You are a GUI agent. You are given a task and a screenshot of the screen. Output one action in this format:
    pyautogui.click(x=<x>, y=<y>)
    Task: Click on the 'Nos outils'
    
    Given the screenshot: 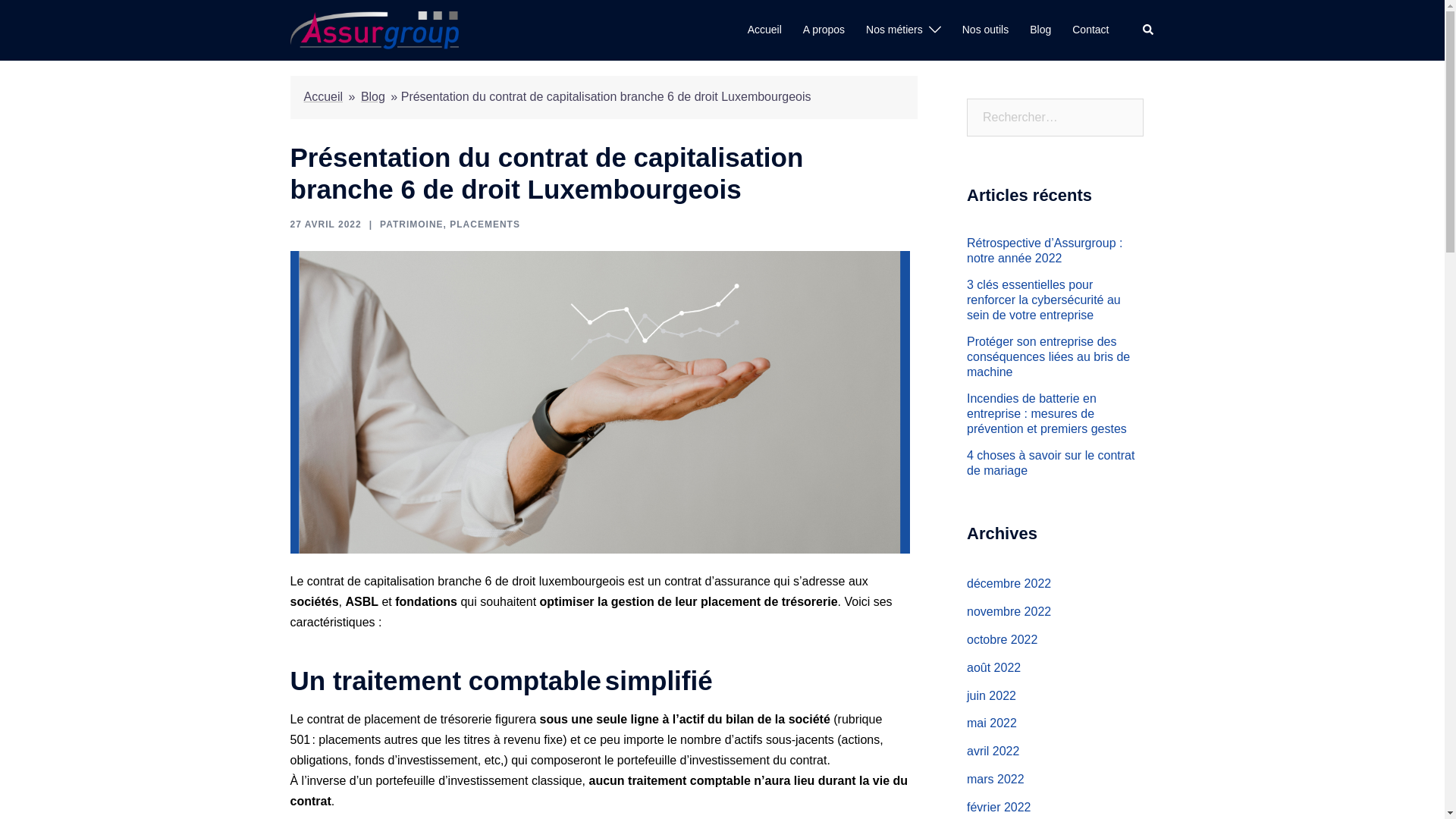 What is the action you would take?
    pyautogui.click(x=985, y=30)
    